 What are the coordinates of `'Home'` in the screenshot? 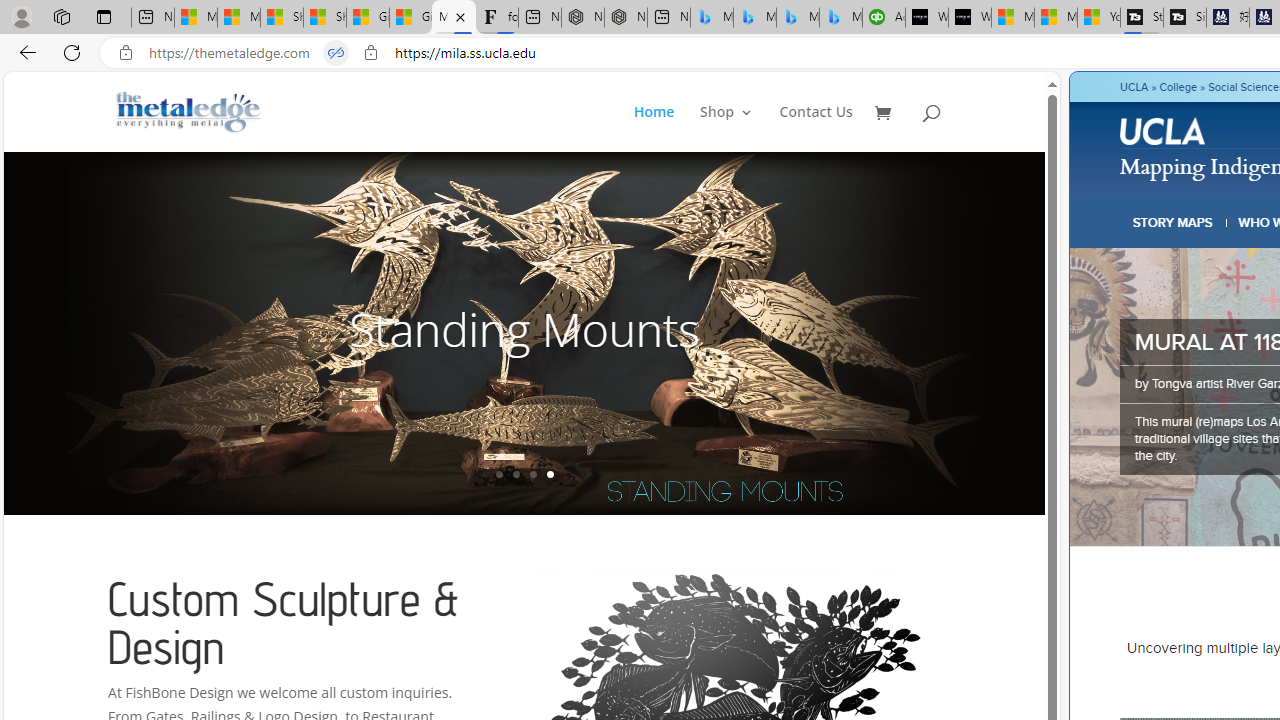 It's located at (654, 128).